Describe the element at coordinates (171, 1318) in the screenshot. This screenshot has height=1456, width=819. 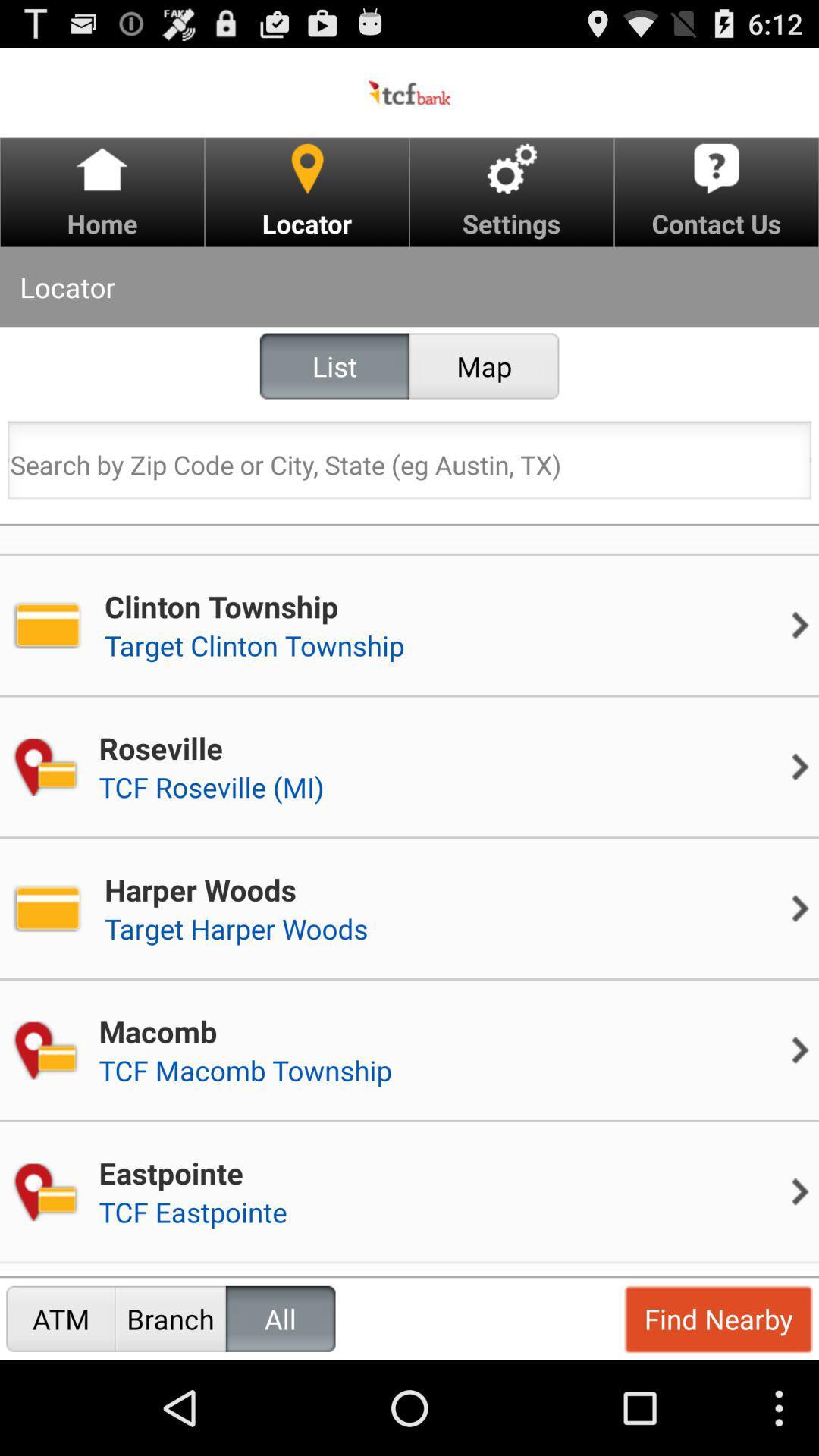
I see `the item to the left of all radio button` at that location.